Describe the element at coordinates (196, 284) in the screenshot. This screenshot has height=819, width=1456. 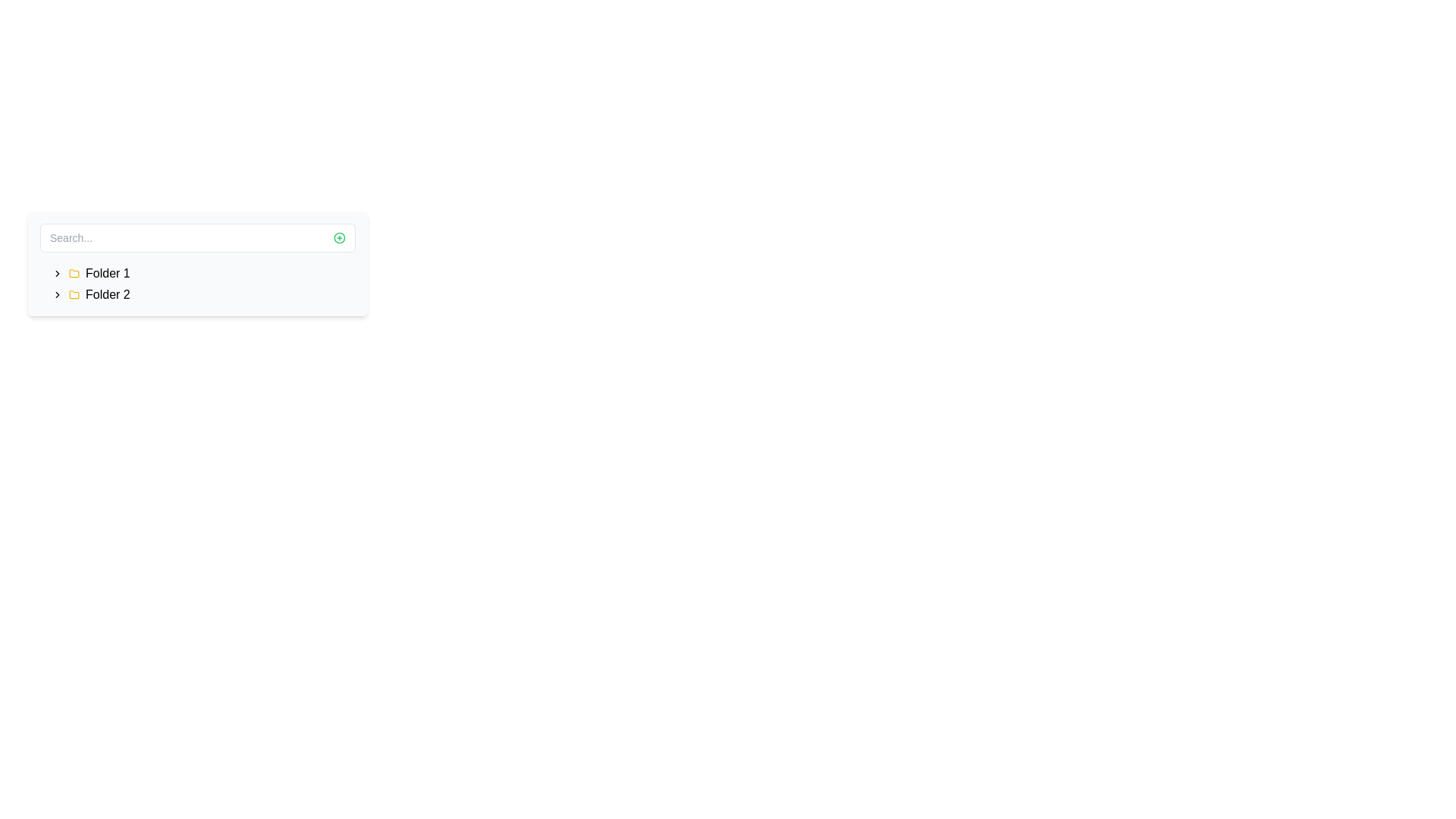
I see `the vertical list navigation component containing 'Folder 1' and 'Folder 2'` at that location.